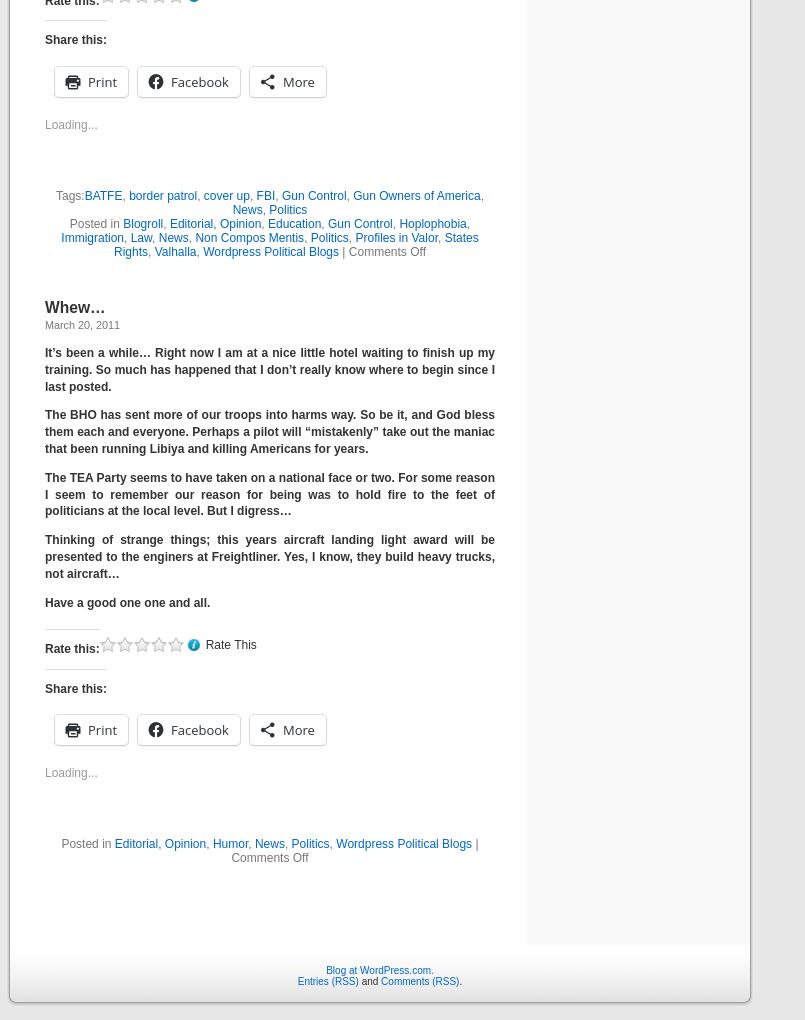 Image resolution: width=805 pixels, height=1020 pixels. What do you see at coordinates (224, 194) in the screenshot?
I see `'cover up'` at bounding box center [224, 194].